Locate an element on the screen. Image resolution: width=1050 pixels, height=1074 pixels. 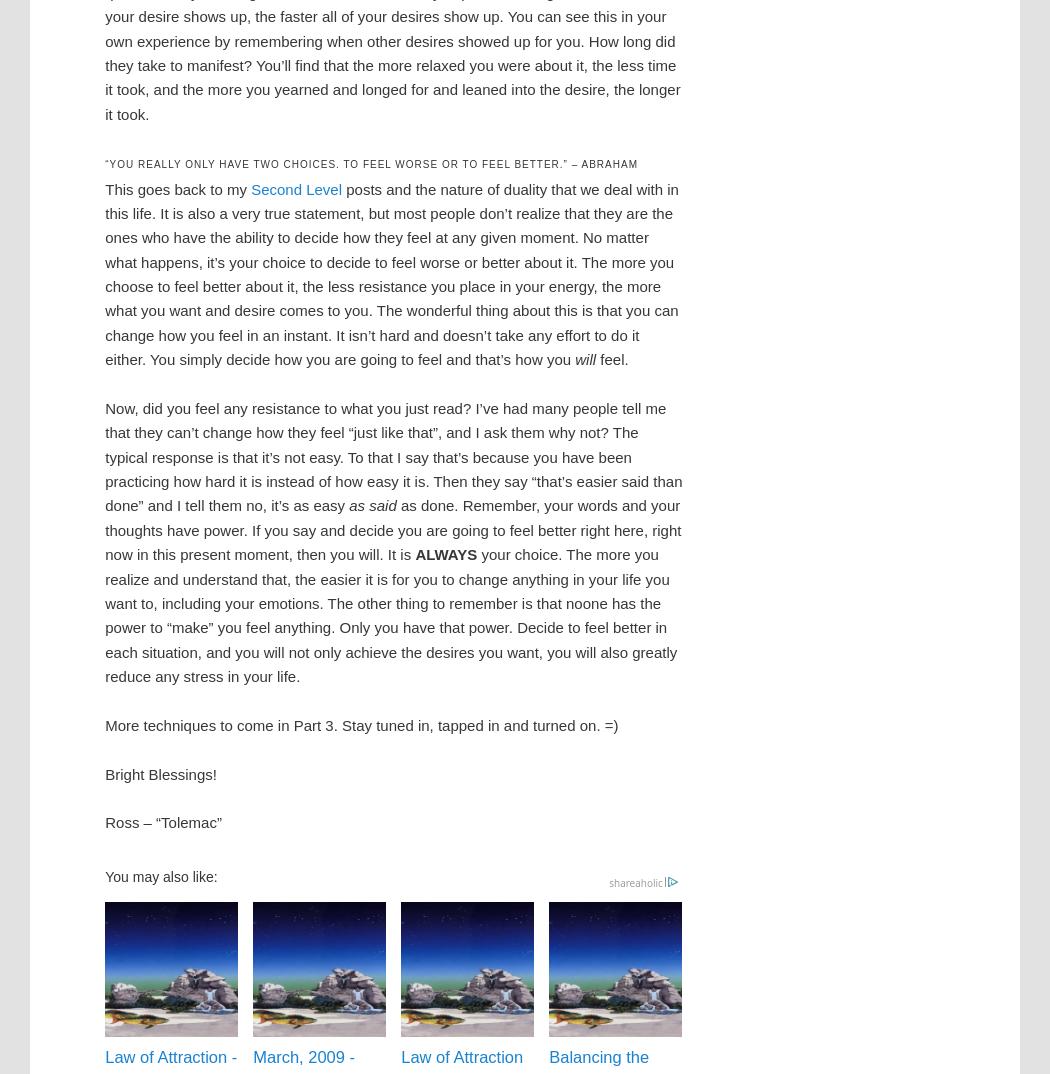
'Second Level' is located at coordinates (295, 188).